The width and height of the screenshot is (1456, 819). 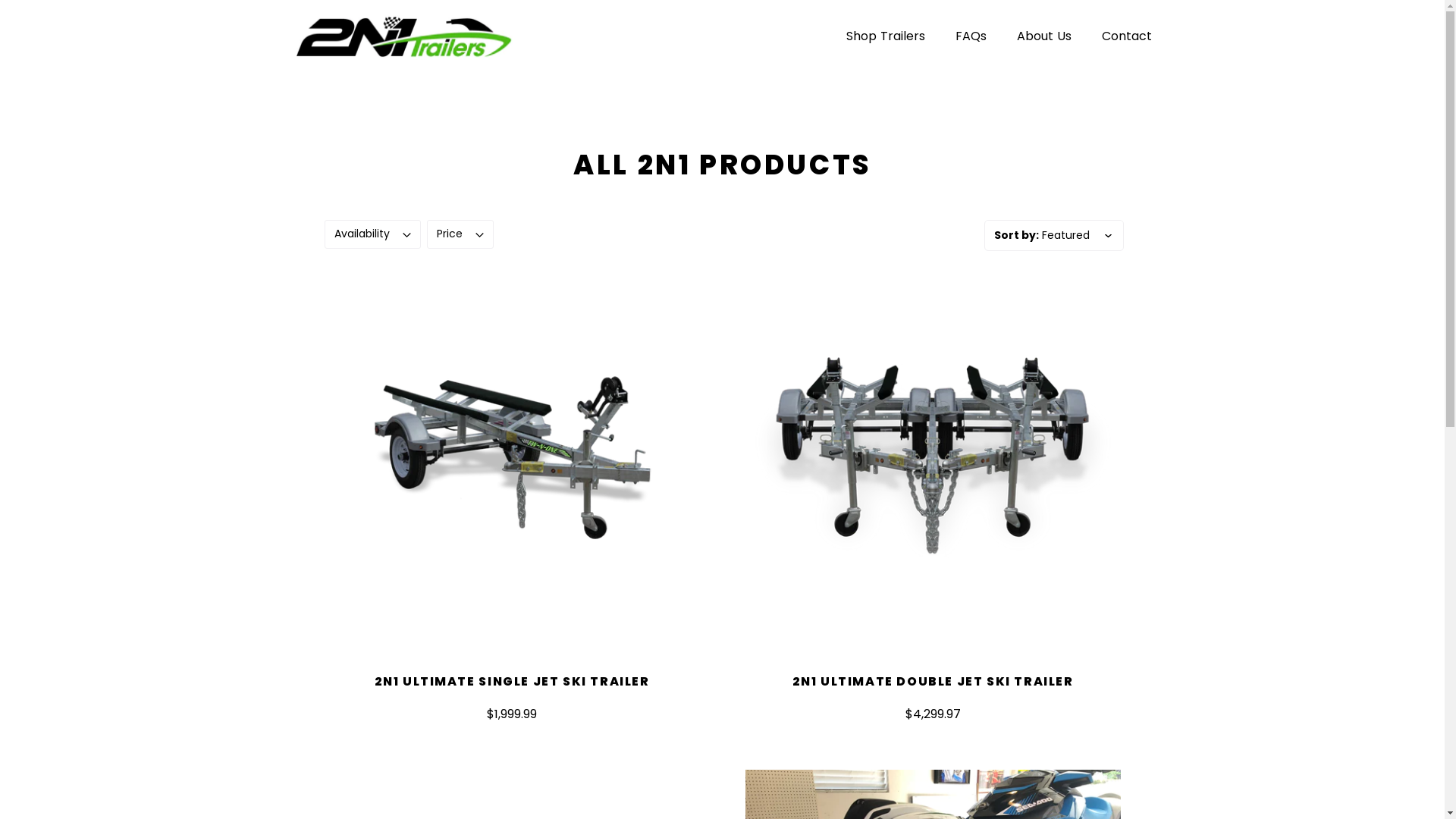 I want to click on 'Shop Trailers', so click(x=885, y=35).